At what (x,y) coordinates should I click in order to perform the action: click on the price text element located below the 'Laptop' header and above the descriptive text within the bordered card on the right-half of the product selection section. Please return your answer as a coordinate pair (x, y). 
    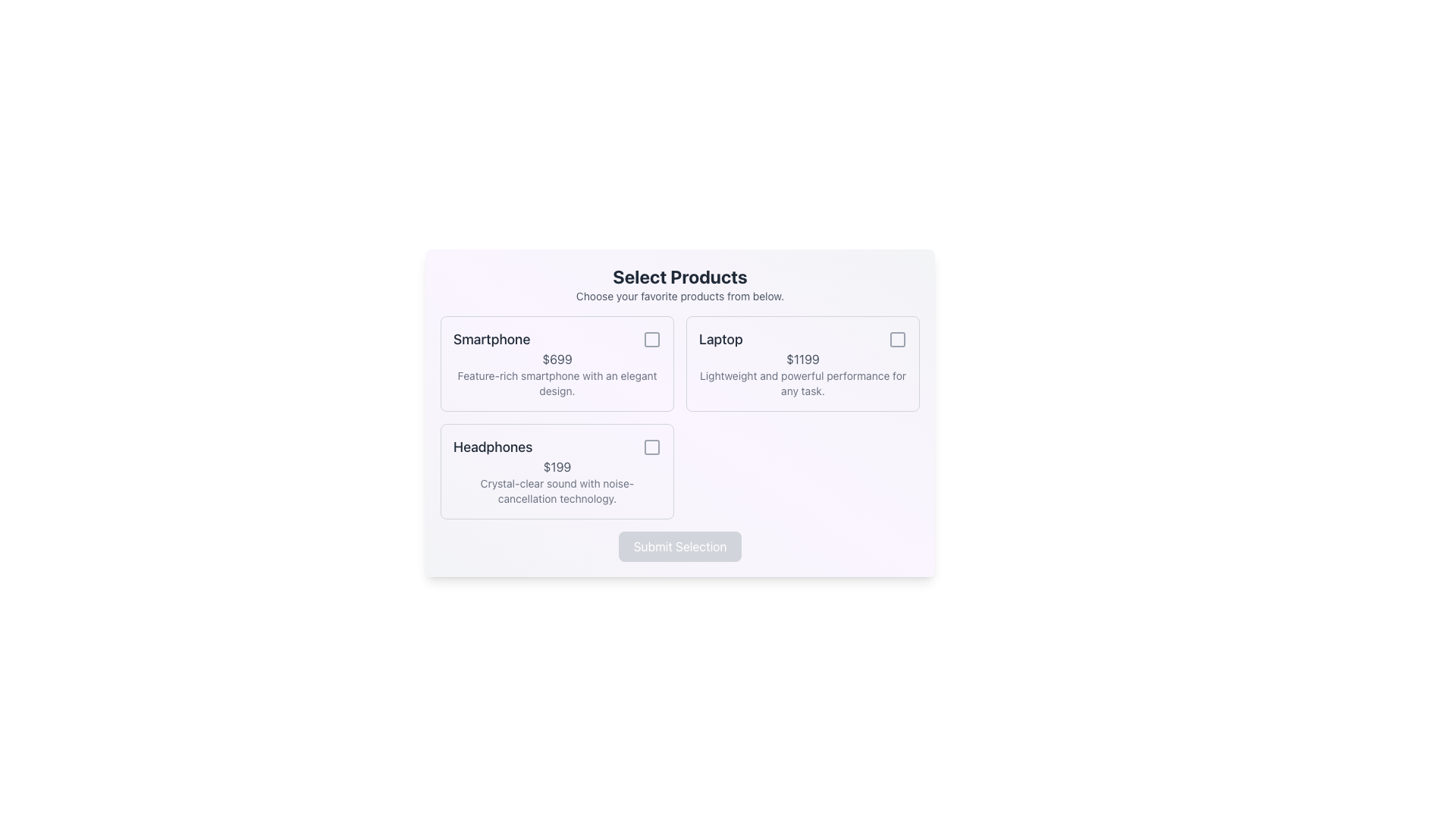
    Looking at the image, I should click on (802, 359).